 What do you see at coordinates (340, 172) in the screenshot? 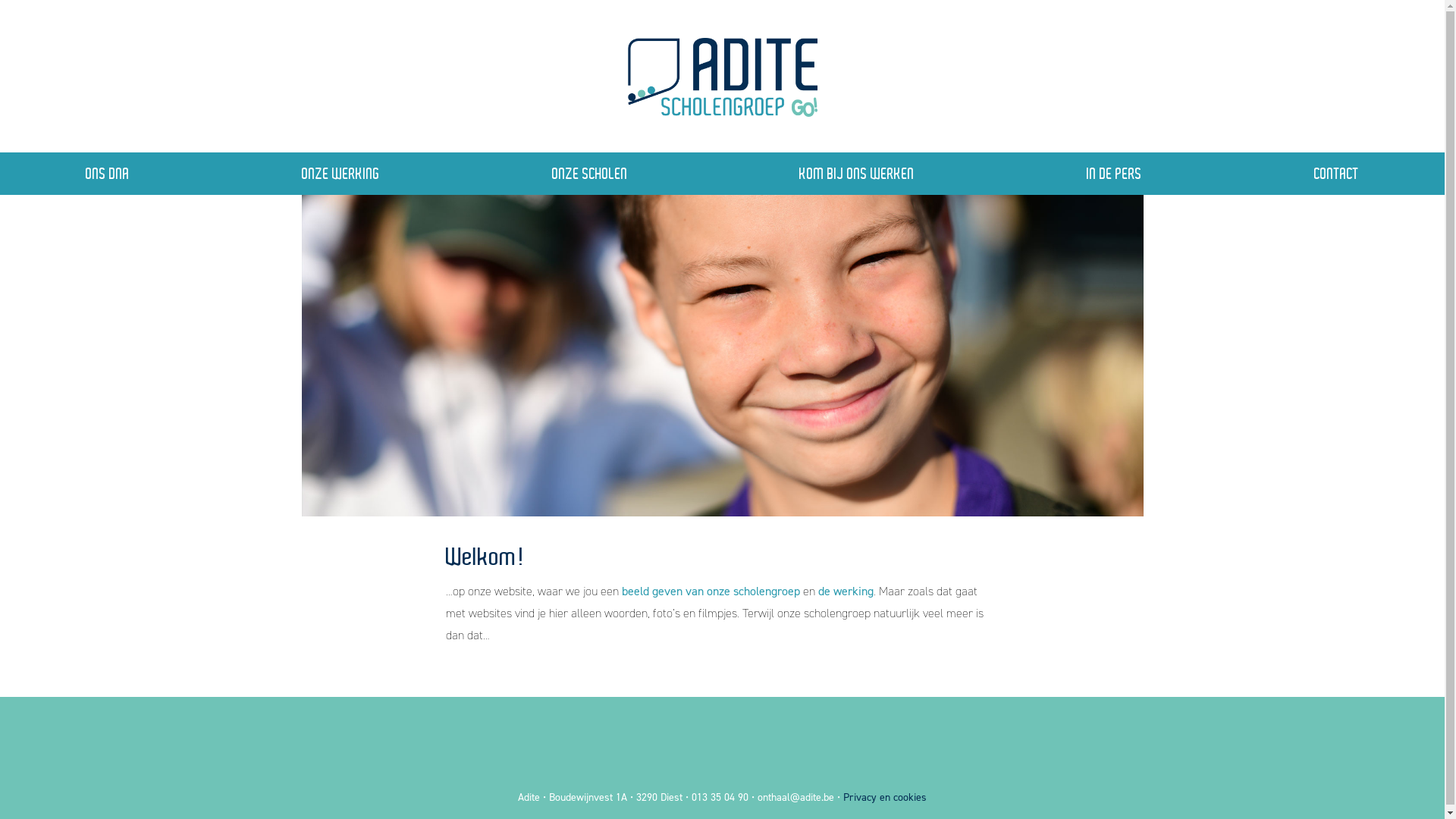
I see `'ONZE WERKING'` at bounding box center [340, 172].